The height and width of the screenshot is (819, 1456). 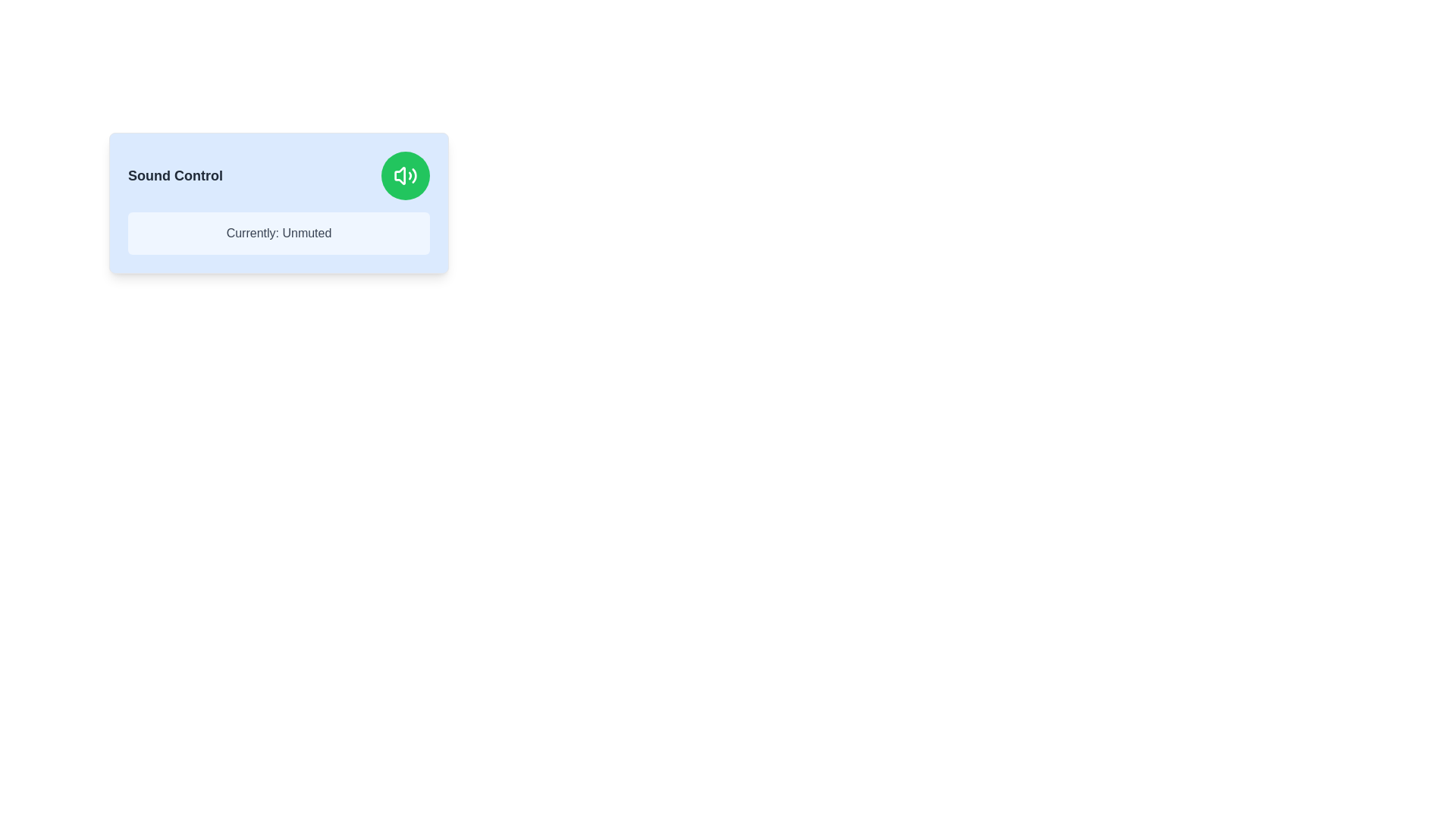 I want to click on the volume icon within the circular green button on the right side of the 'Sound Control' card, so click(x=405, y=174).